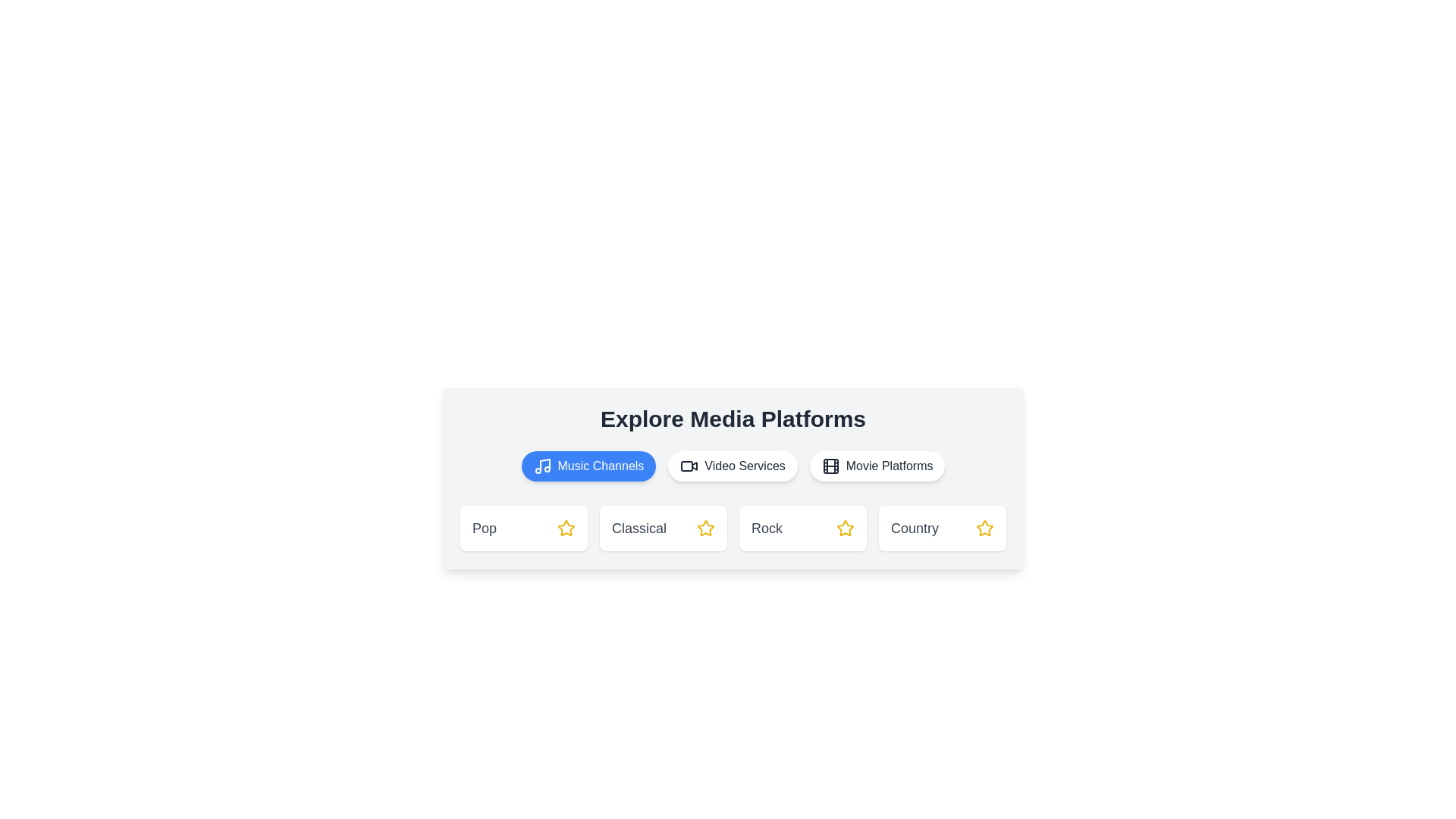  What do you see at coordinates (985, 528) in the screenshot?
I see `the star icon next to the 'Country' label` at bounding box center [985, 528].